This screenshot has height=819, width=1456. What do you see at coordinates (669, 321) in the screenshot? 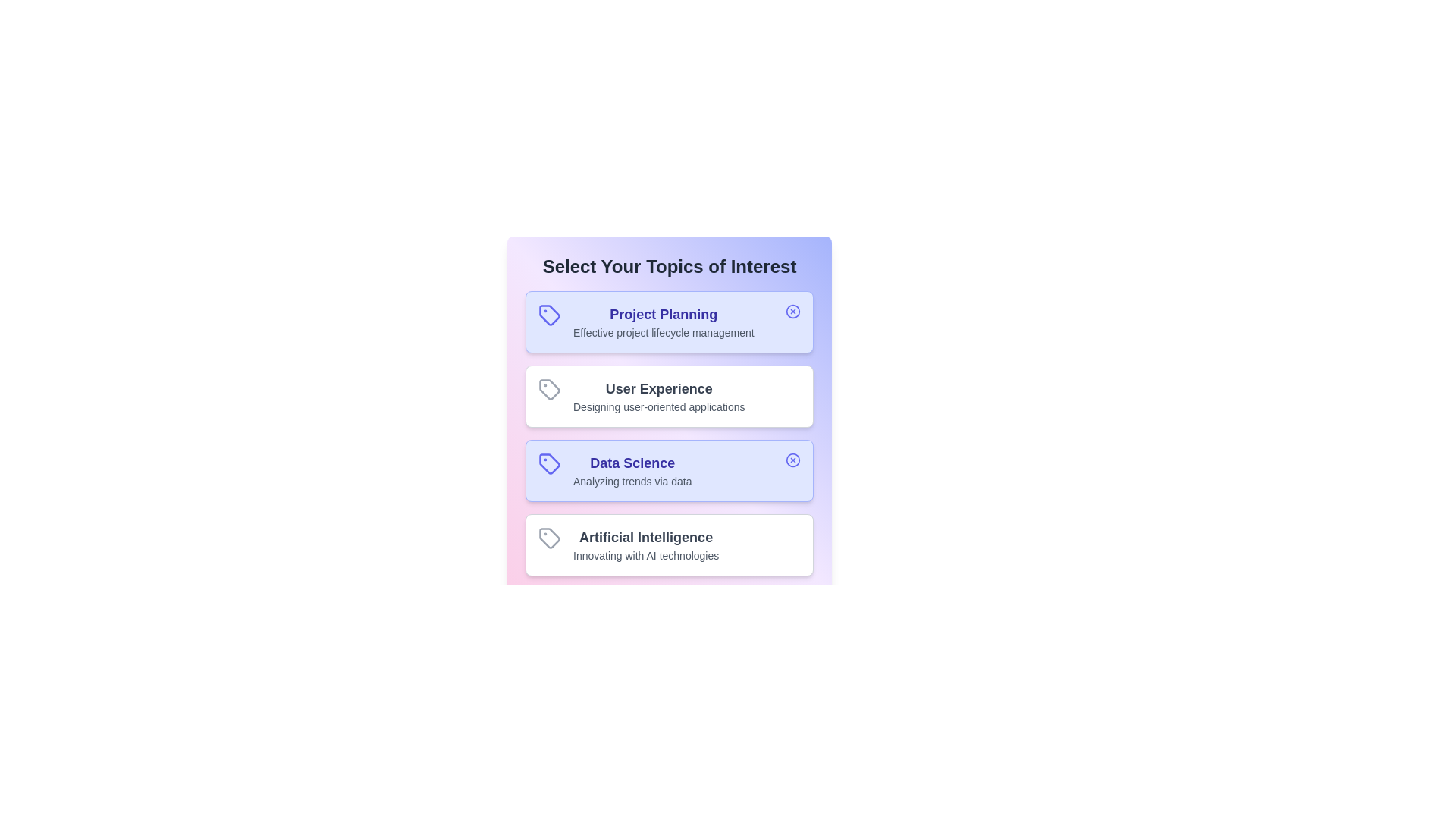
I see `the topic card labeled 'Project Planning' to observe UI changes` at bounding box center [669, 321].